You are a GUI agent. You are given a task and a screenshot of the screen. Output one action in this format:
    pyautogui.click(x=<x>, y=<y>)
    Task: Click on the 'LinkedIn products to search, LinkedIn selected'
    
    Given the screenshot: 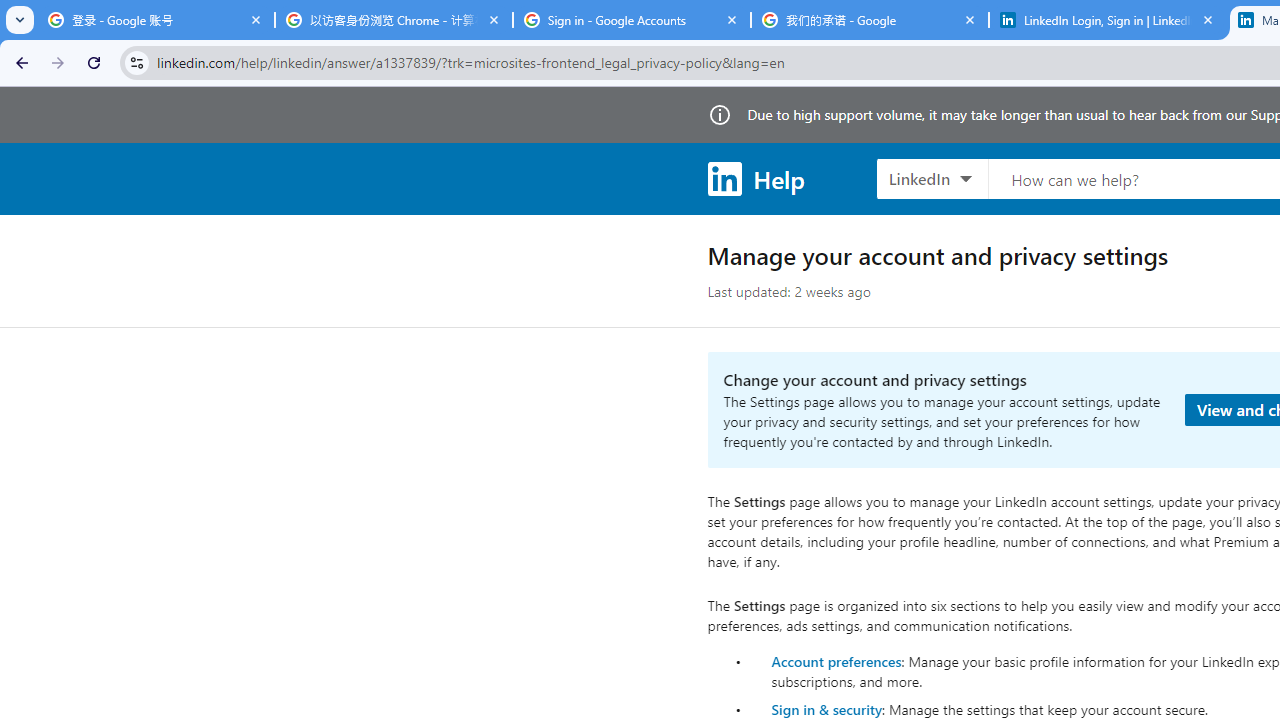 What is the action you would take?
    pyautogui.click(x=931, y=177)
    